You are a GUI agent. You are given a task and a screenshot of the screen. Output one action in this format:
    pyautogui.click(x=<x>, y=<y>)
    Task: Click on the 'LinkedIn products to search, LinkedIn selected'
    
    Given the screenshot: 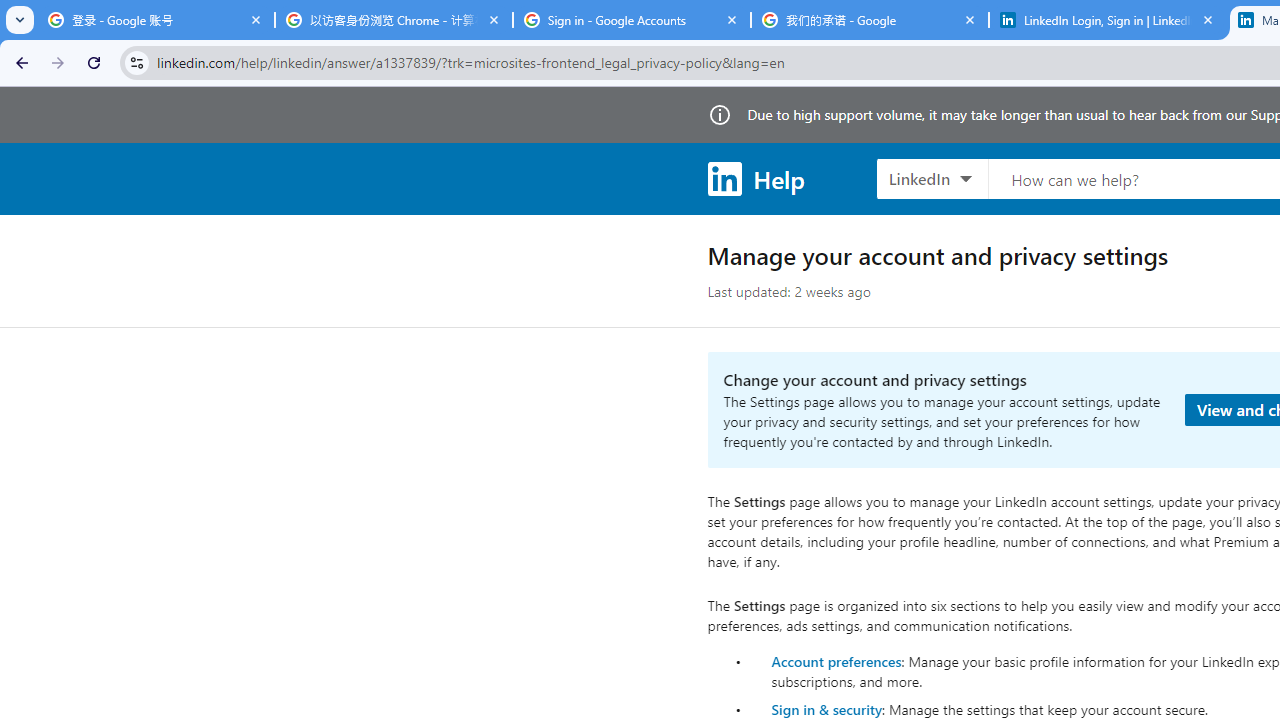 What is the action you would take?
    pyautogui.click(x=931, y=177)
    